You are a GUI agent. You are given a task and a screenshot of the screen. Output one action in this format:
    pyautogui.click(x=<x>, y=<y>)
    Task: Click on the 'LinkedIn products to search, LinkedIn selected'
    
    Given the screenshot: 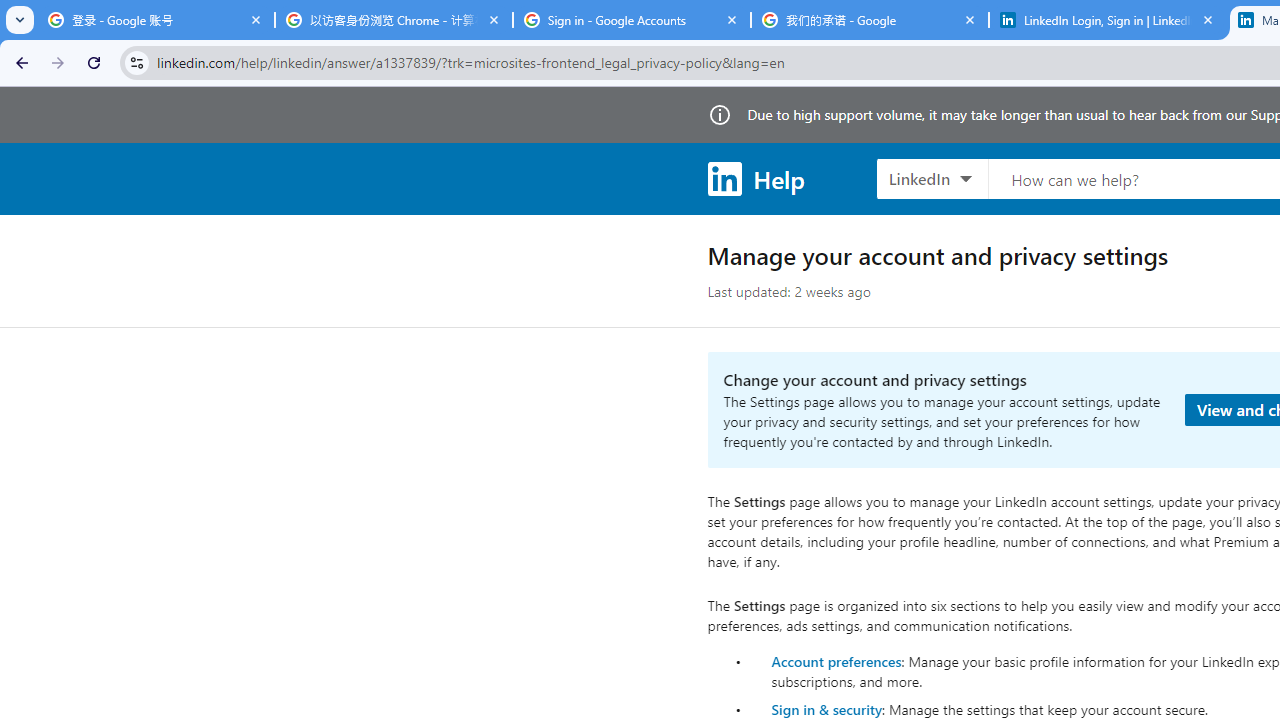 What is the action you would take?
    pyautogui.click(x=931, y=177)
    